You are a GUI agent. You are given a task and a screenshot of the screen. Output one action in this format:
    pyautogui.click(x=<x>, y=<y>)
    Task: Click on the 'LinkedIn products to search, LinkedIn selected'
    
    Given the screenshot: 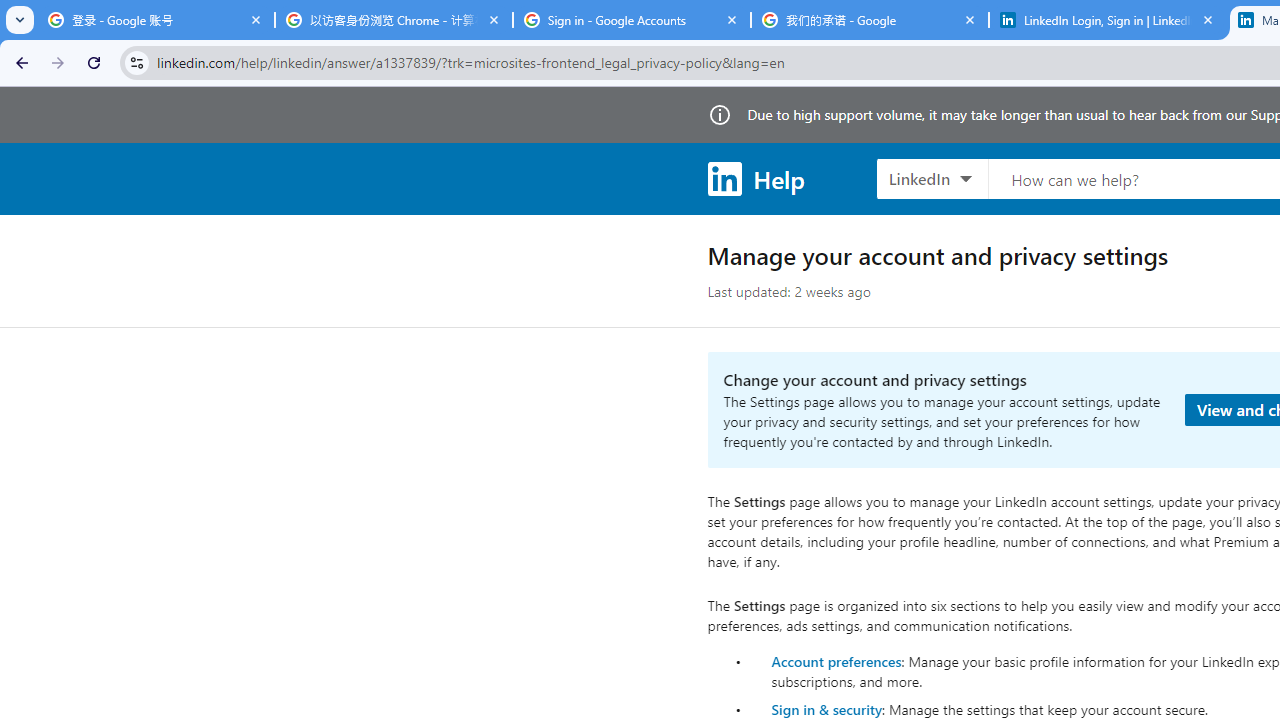 What is the action you would take?
    pyautogui.click(x=931, y=177)
    